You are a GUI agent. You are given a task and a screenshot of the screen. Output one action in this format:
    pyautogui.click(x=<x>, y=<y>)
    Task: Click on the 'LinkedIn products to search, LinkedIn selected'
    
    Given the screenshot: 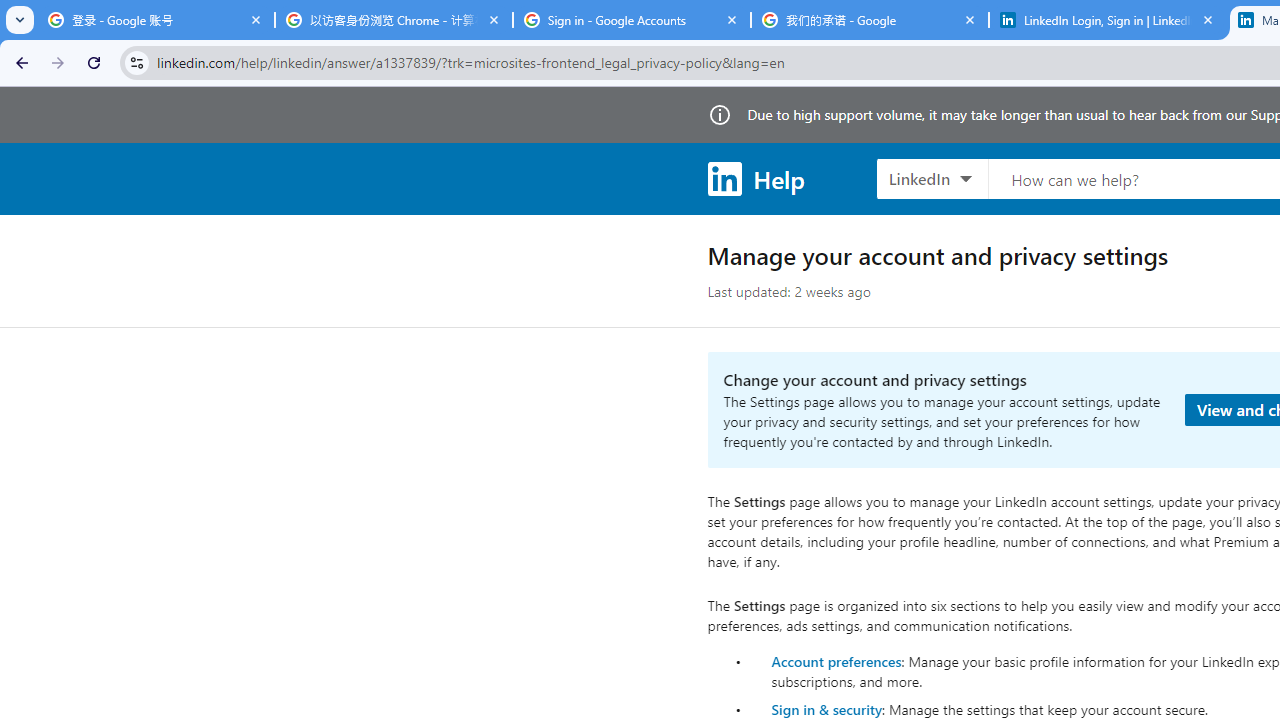 What is the action you would take?
    pyautogui.click(x=931, y=177)
    